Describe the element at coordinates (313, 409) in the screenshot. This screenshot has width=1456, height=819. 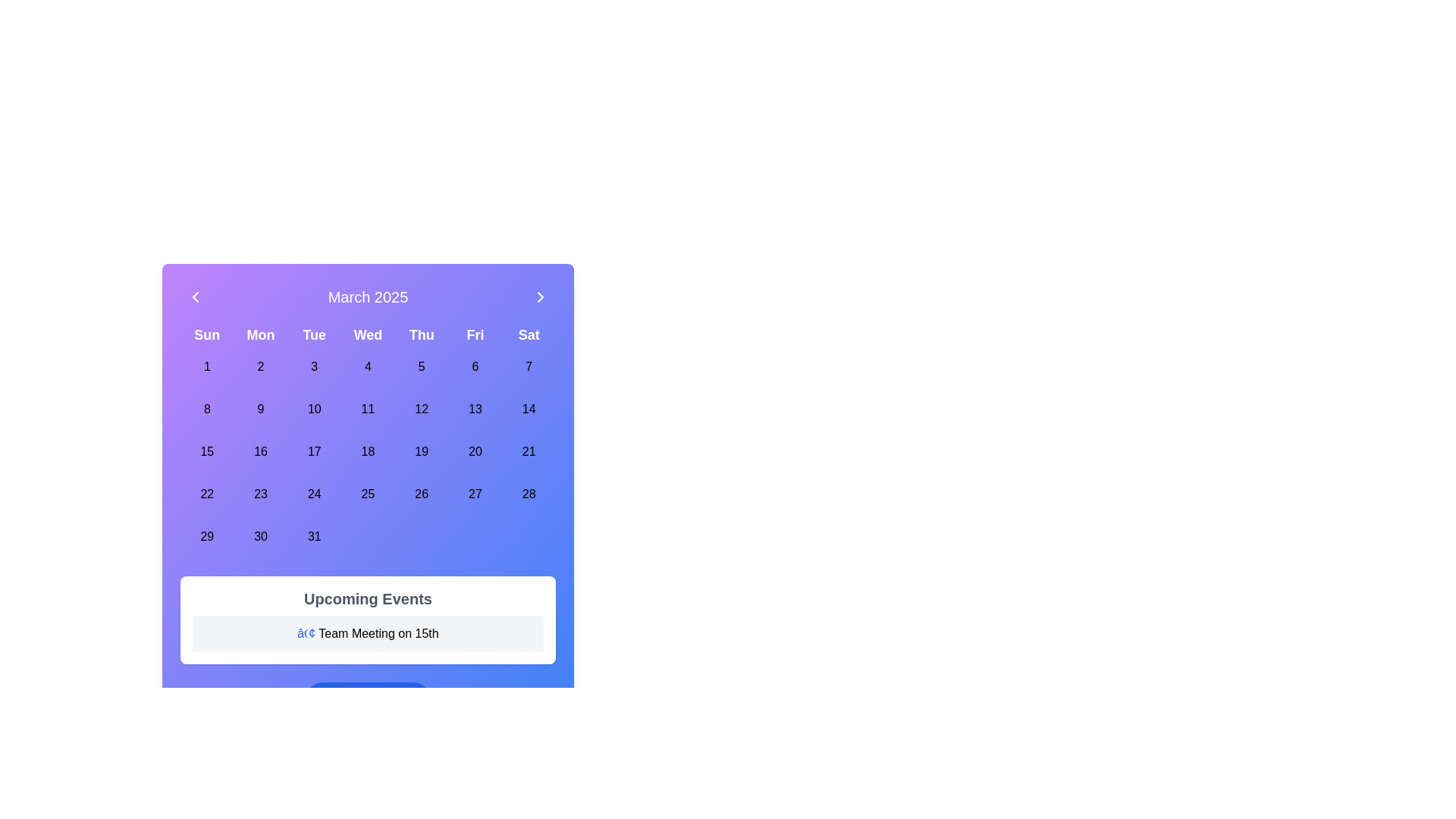
I see `the calendar date button representing the date '10'` at that location.